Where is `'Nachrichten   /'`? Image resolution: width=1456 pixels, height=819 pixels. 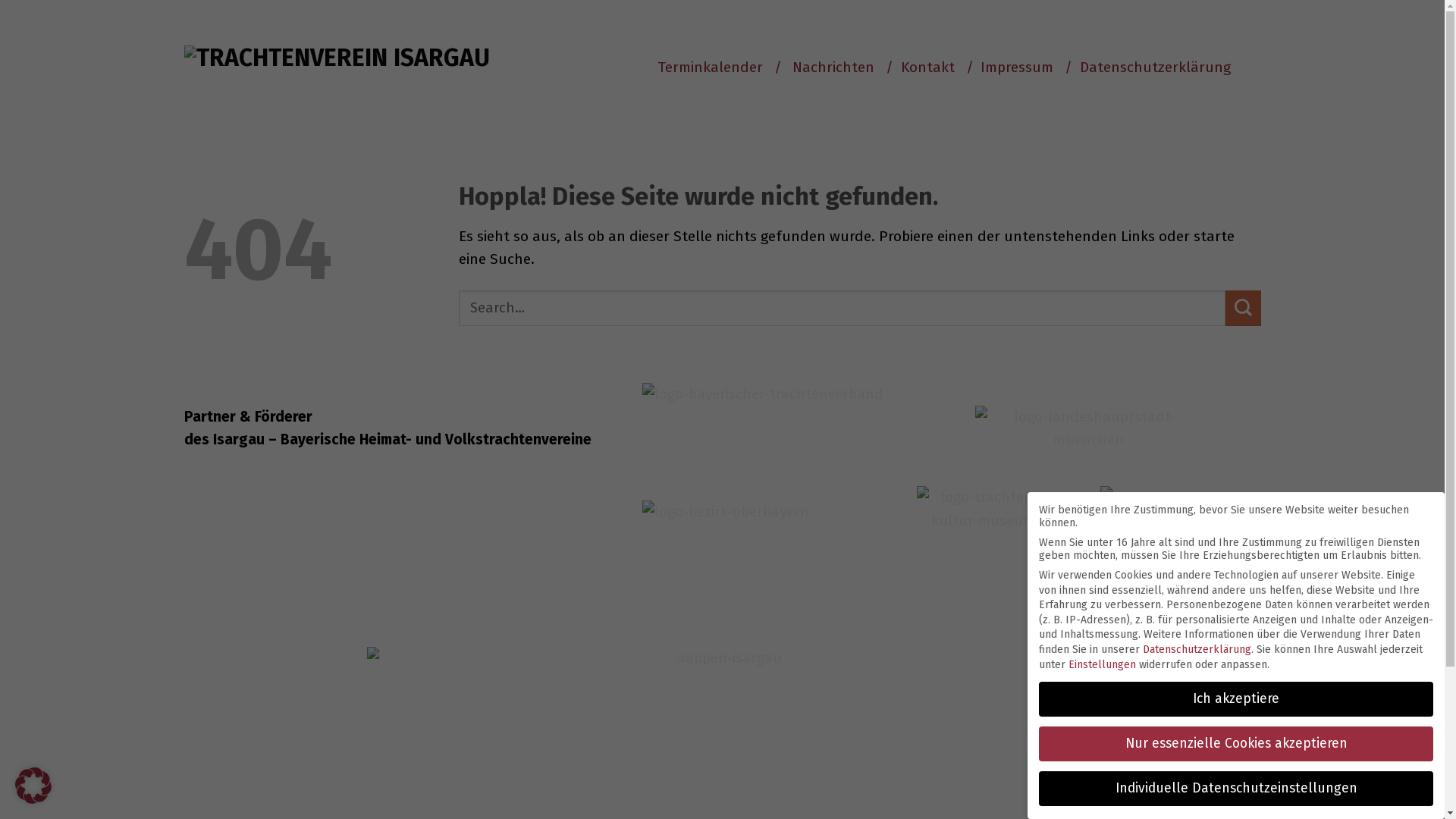 'Nachrichten   /' is located at coordinates (841, 66).